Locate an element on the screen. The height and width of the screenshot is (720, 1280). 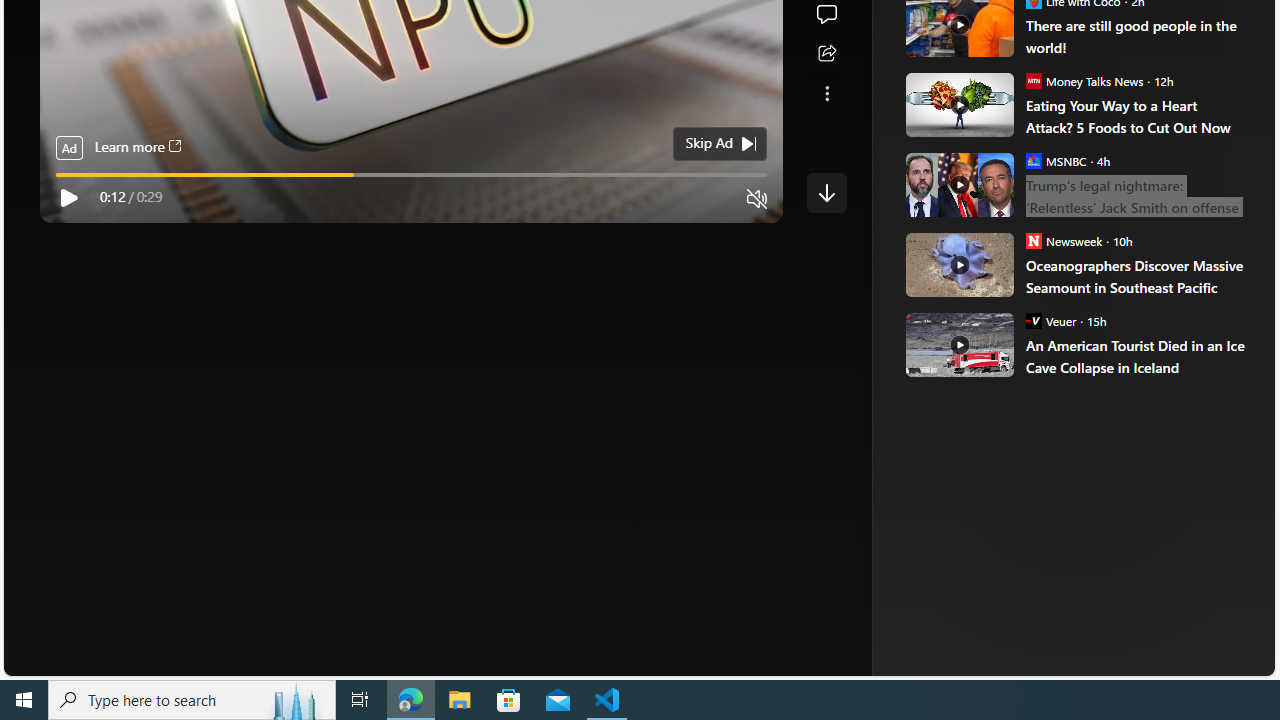
'Play' is located at coordinates (69, 198).